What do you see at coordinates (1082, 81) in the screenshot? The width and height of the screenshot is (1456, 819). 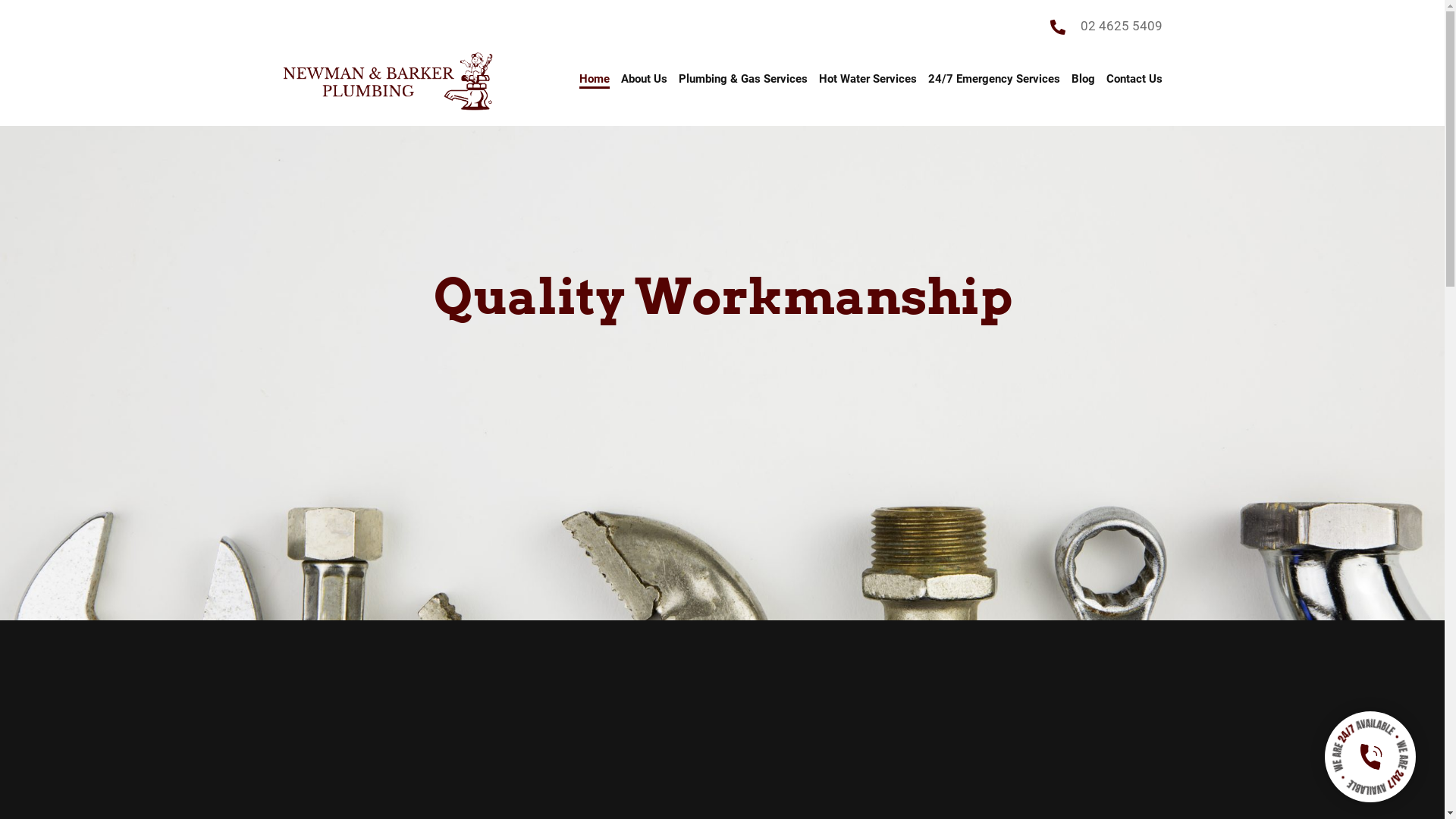 I see `'Blog'` at bounding box center [1082, 81].